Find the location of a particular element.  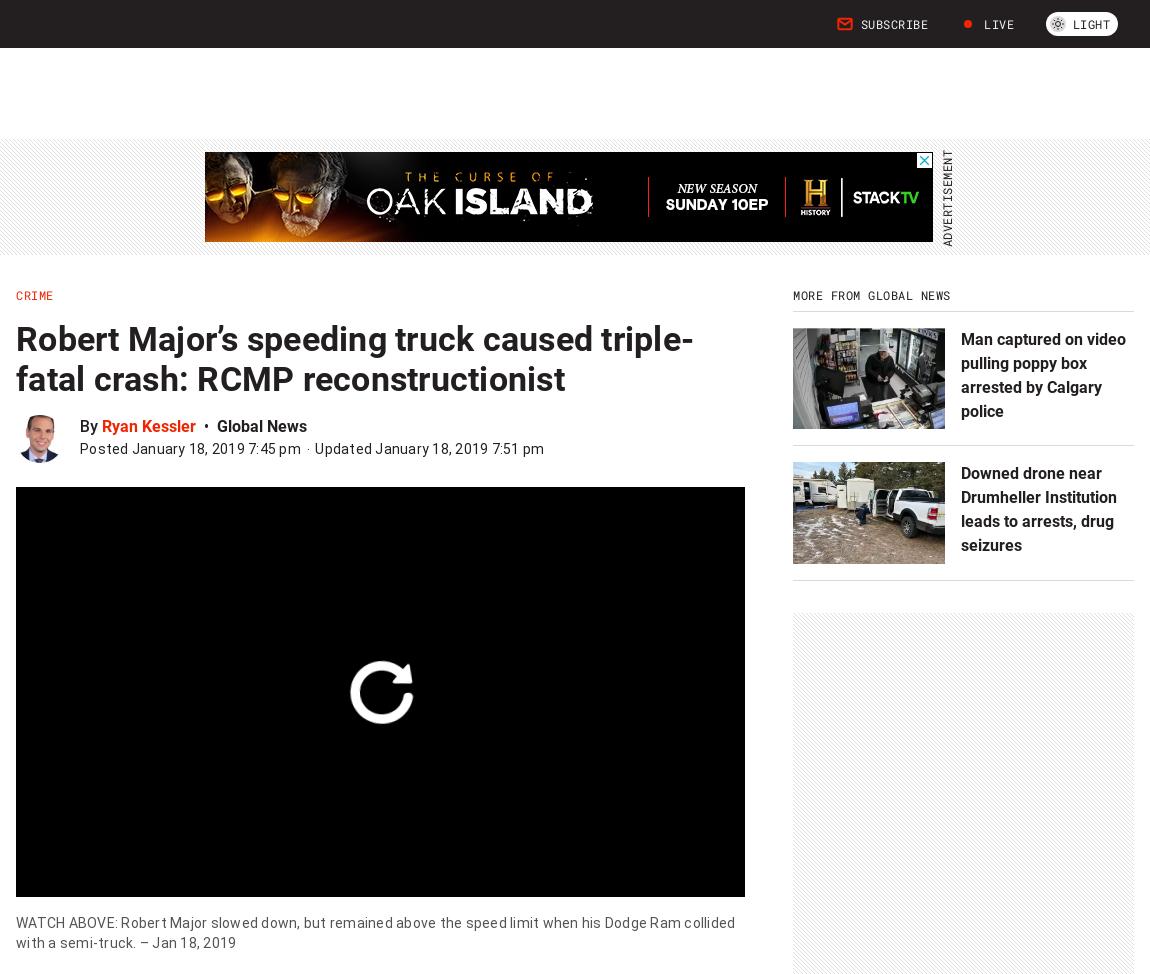

'More on Crime' is located at coordinates (132, 434).